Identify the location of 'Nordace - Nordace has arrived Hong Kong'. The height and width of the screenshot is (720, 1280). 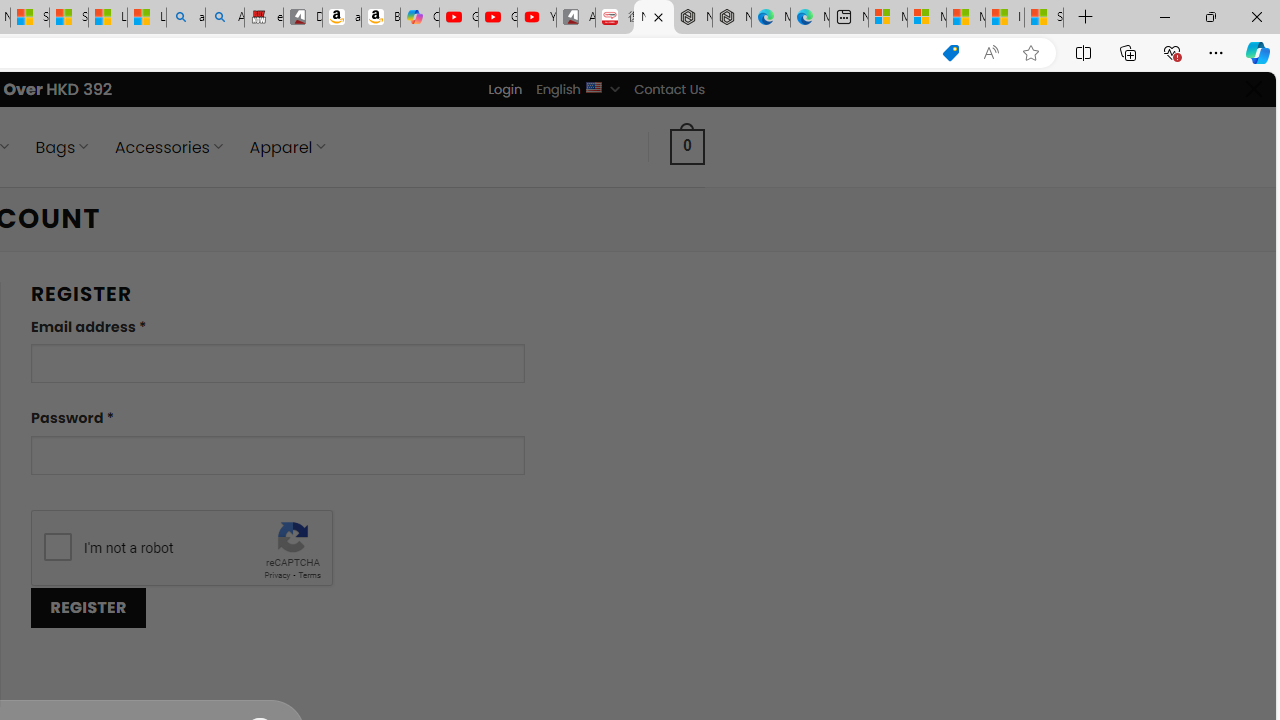
(731, 17).